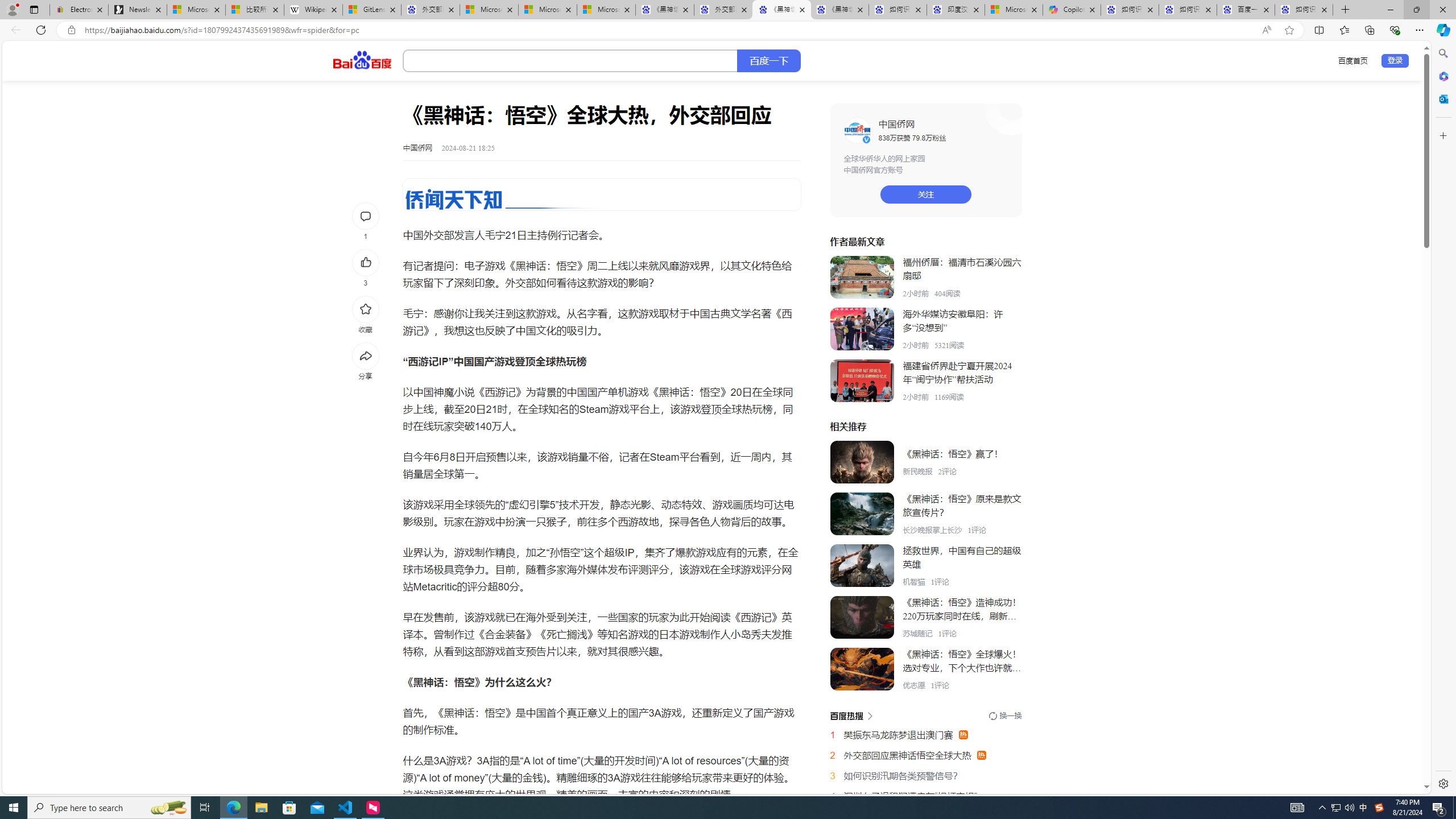 The width and height of the screenshot is (1456, 819). I want to click on 'Newsletter Sign Up', so click(136, 9).